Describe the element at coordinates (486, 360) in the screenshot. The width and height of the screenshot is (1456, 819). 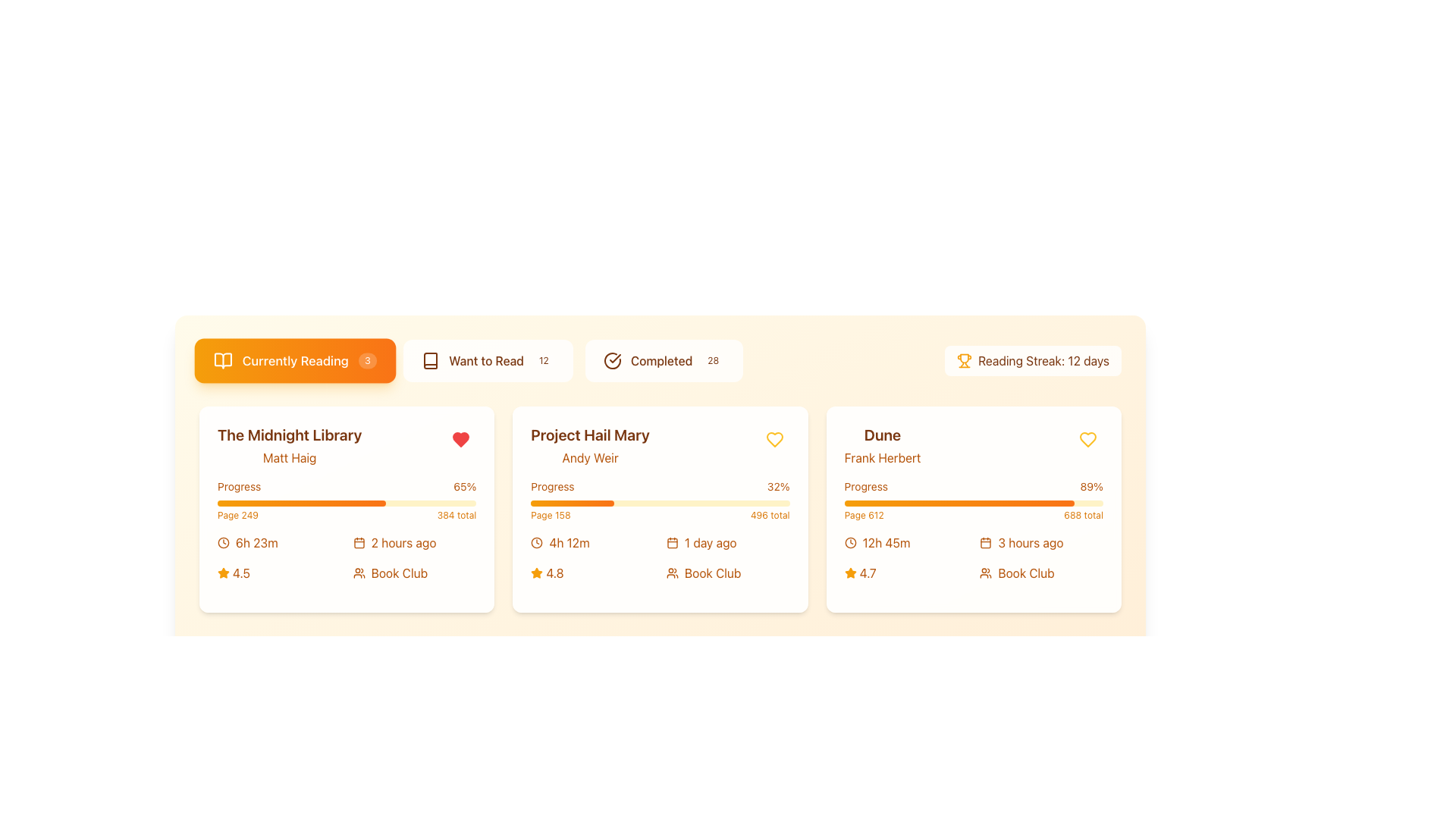
I see `the 'Want to Read' text label` at that location.